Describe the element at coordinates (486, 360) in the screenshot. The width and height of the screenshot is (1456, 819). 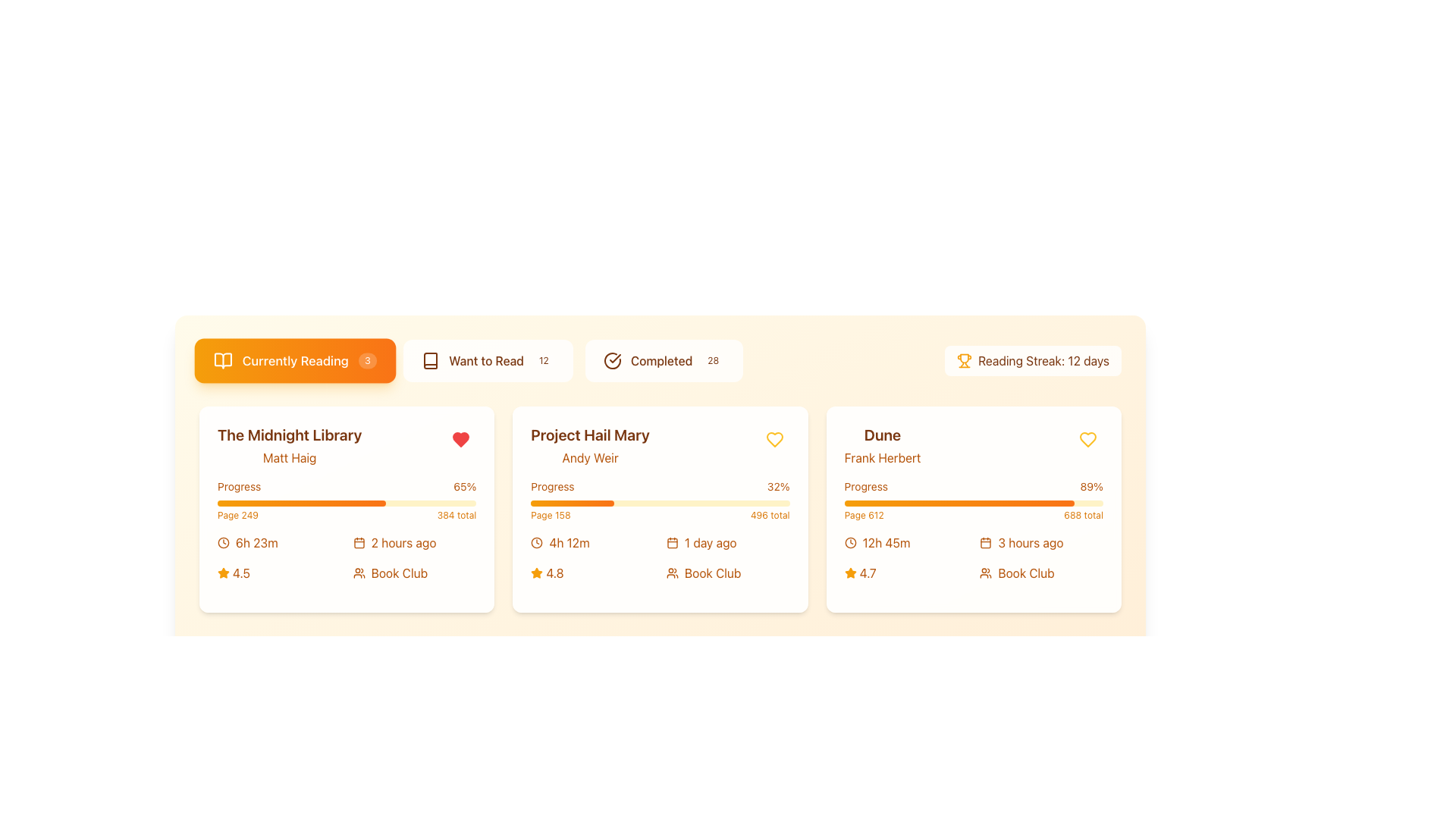
I see `the 'Want to Read' text label` at that location.